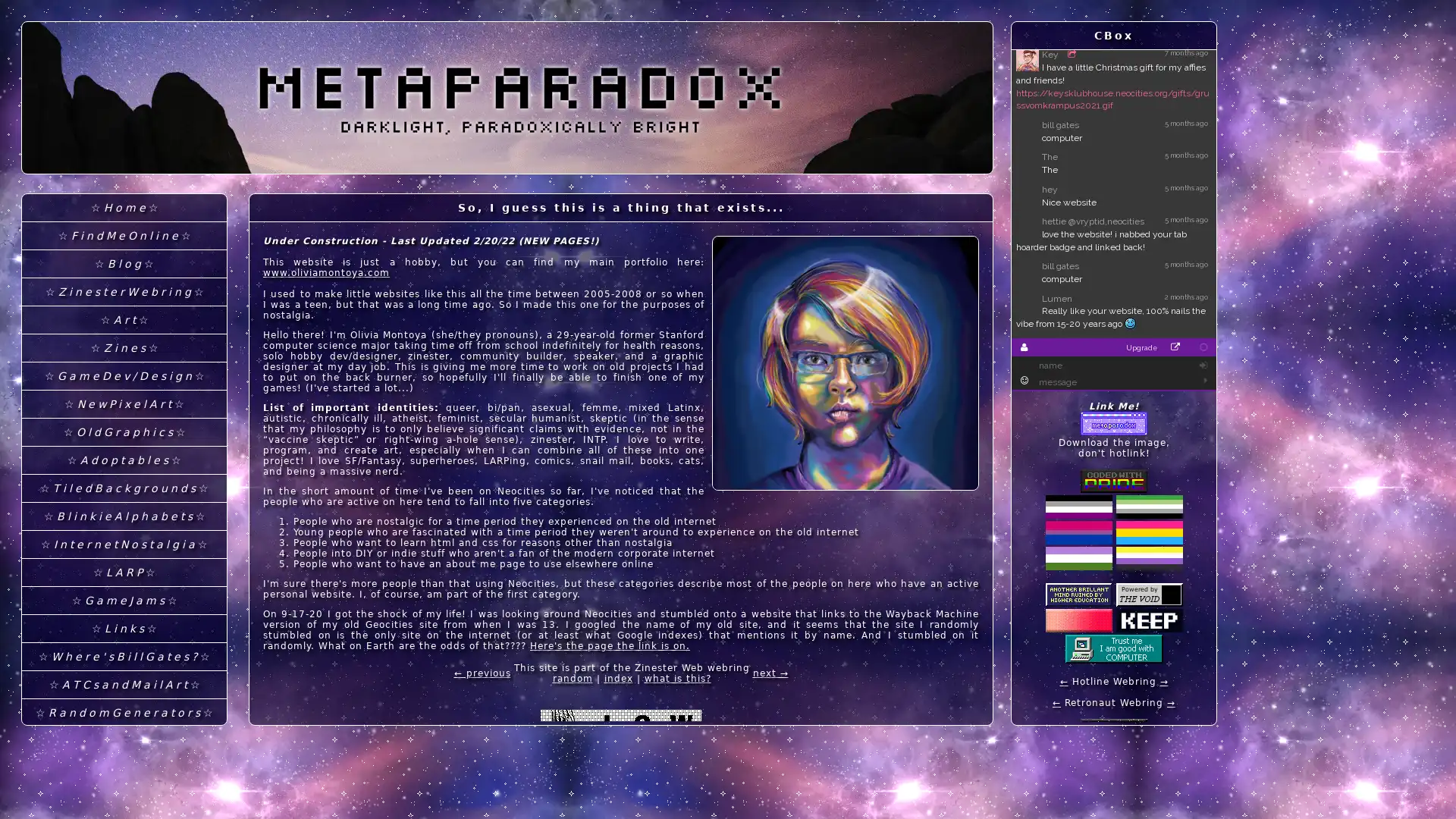 The width and height of the screenshot is (1456, 819). I want to click on O l d G r a p h i c s, so click(124, 432).